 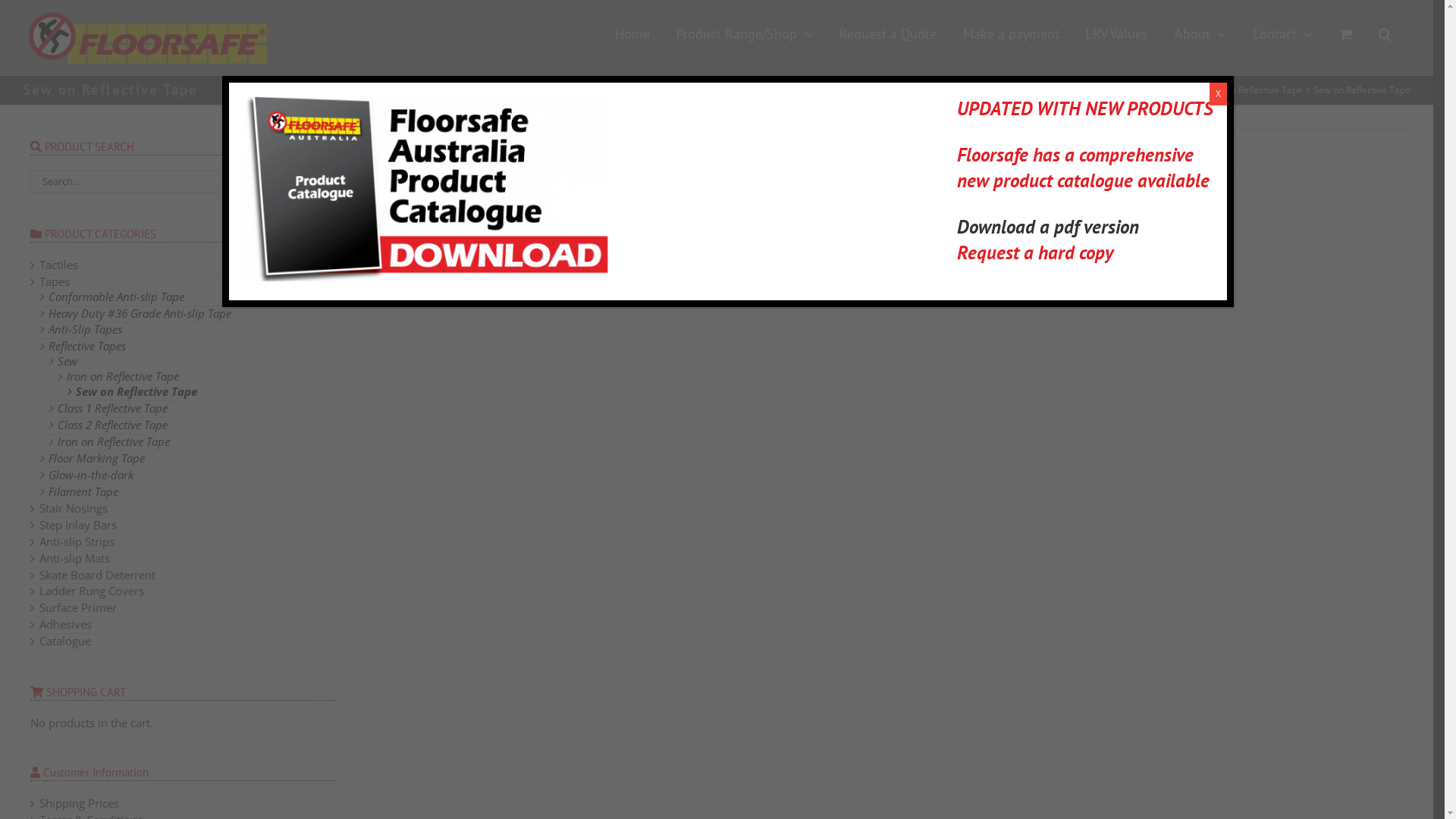 I want to click on 'Step Inlay Bars', so click(x=39, y=523).